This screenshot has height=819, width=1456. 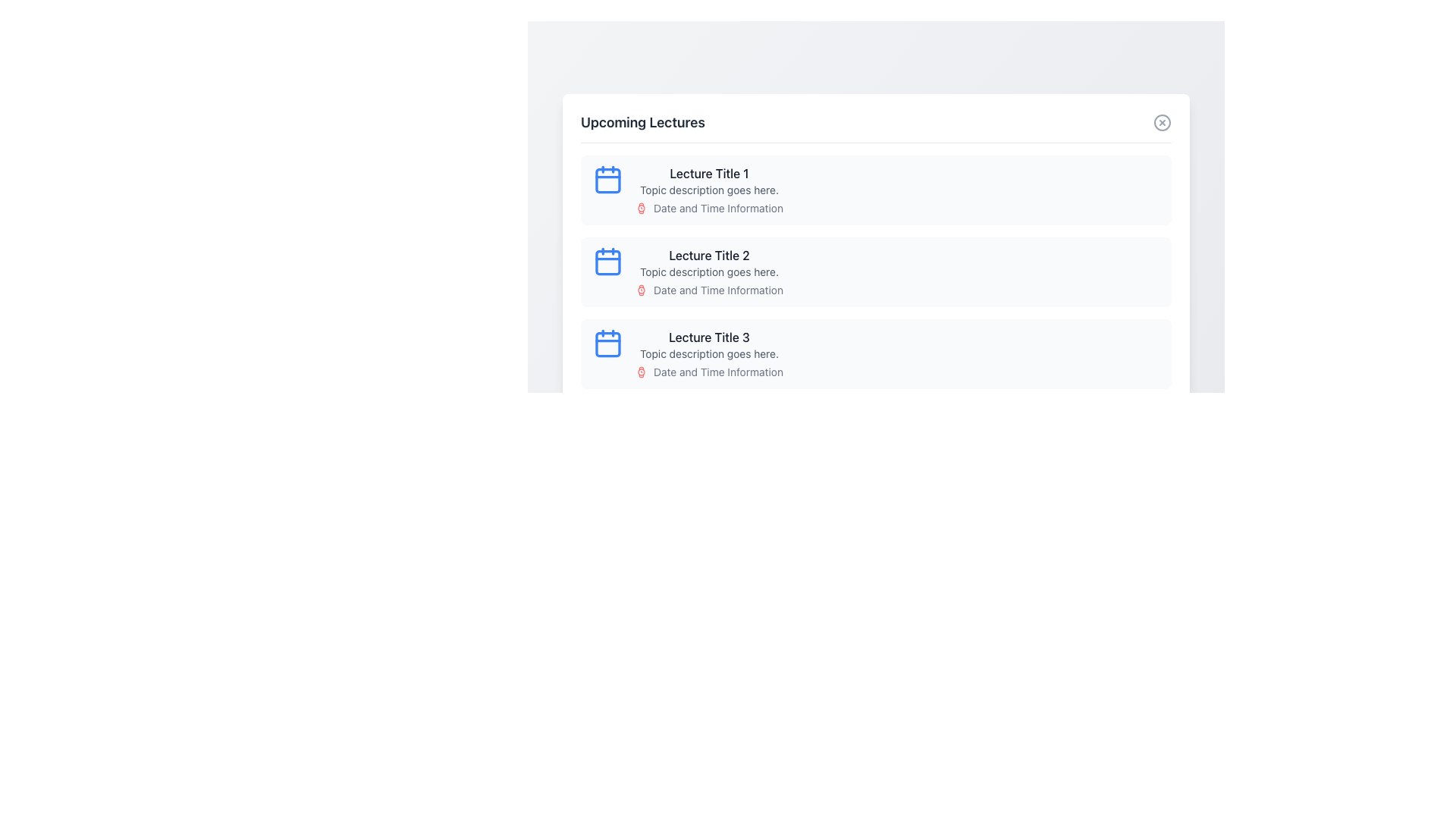 What do you see at coordinates (641, 290) in the screenshot?
I see `the time indicator icon located next to the 'Date and Time Information' text for the second lecture` at bounding box center [641, 290].